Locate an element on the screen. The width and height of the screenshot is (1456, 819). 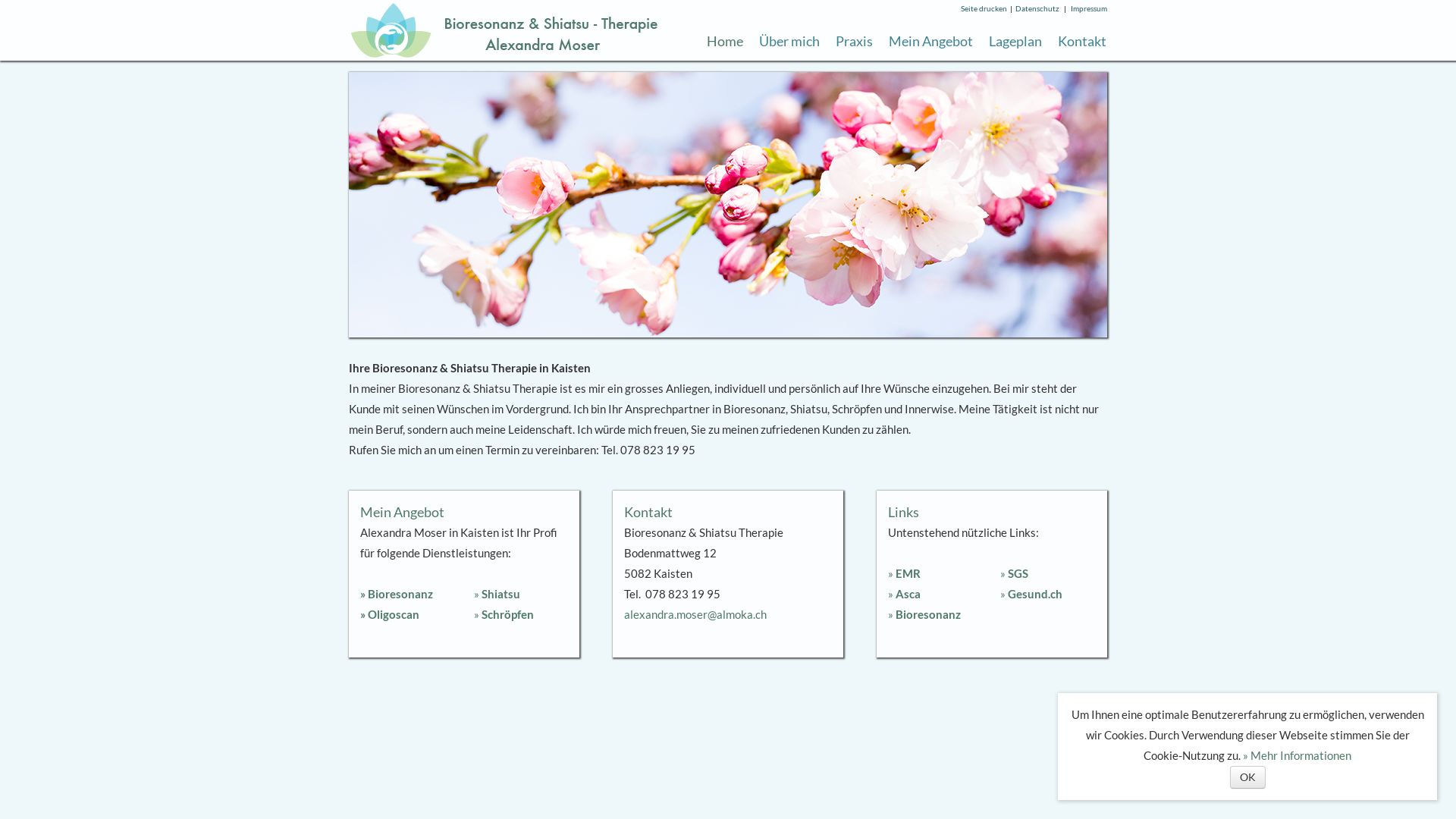
'Mein Angebot' is located at coordinates (930, 40).